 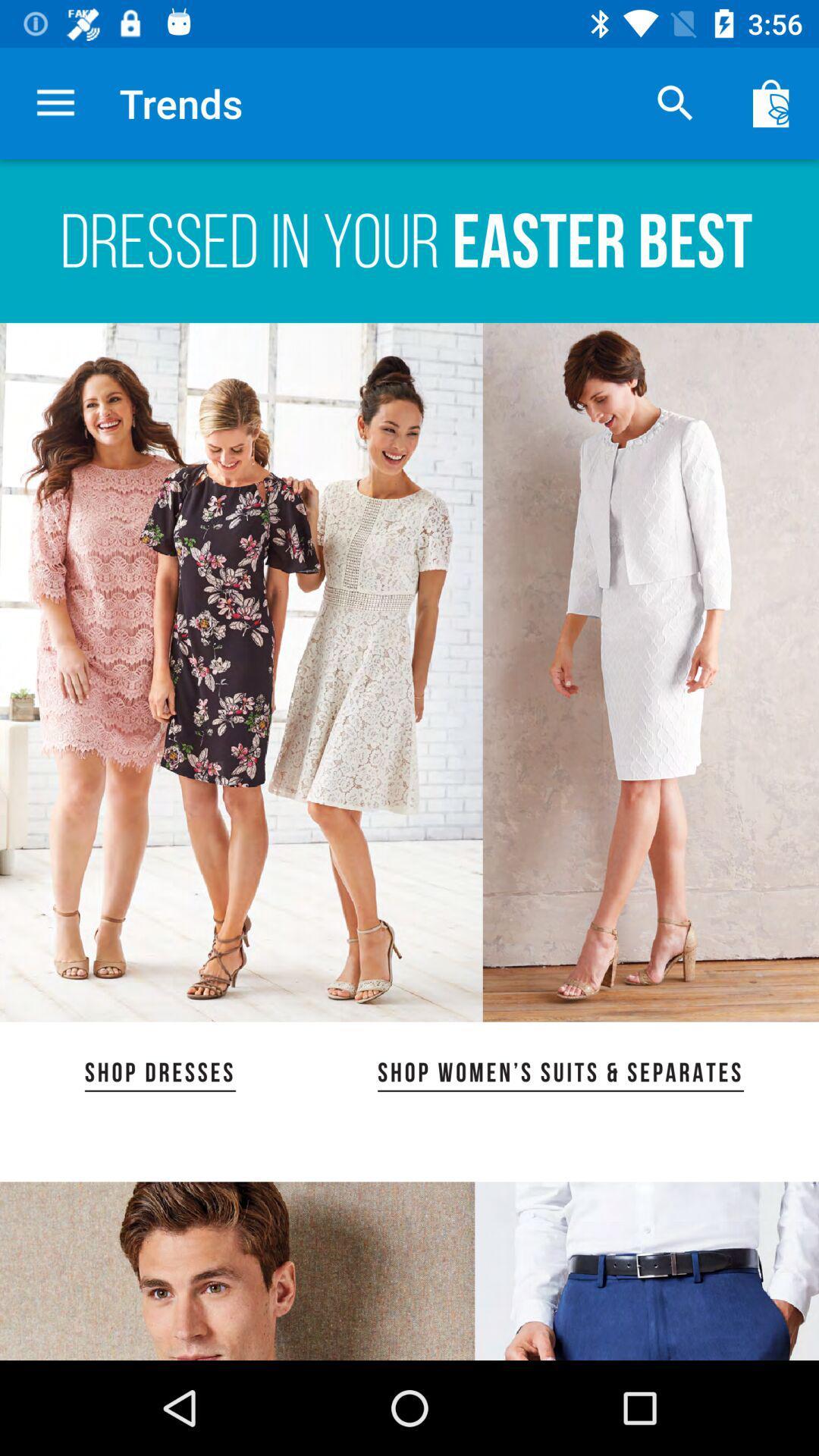 What do you see at coordinates (675, 102) in the screenshot?
I see `the item to the right of the trends app` at bounding box center [675, 102].